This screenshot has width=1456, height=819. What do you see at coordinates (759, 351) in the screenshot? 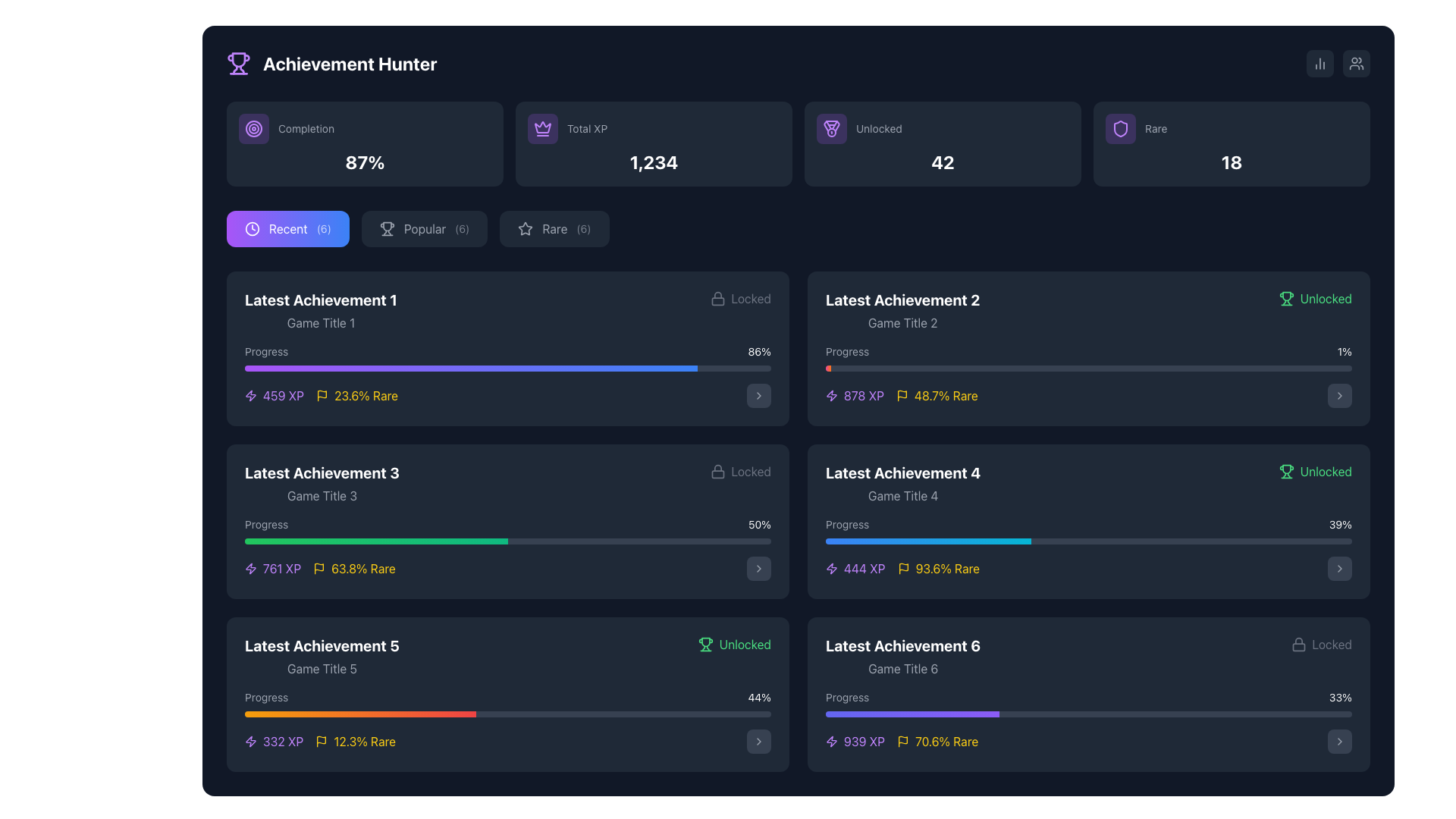
I see `the text label indicating the percentage progress of the task in the 'Latest Achievement 1' section, located to the right of the purple progress bar` at bounding box center [759, 351].